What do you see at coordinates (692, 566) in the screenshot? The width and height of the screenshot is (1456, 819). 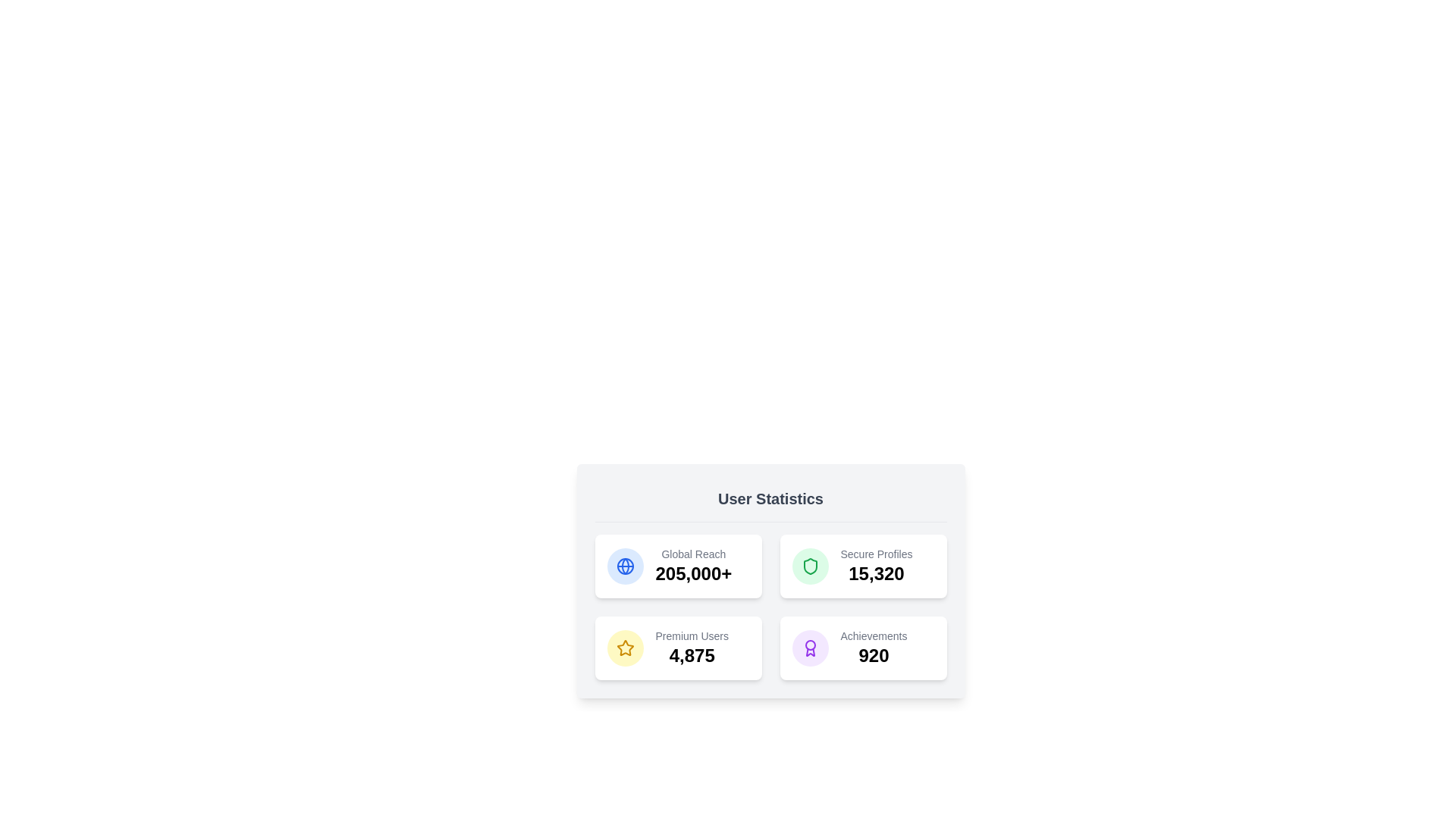 I see `statistical information displayed in the text element located in the top-left section of the grid under the 'User Statistics' header, which represents the global reach metric` at bounding box center [692, 566].